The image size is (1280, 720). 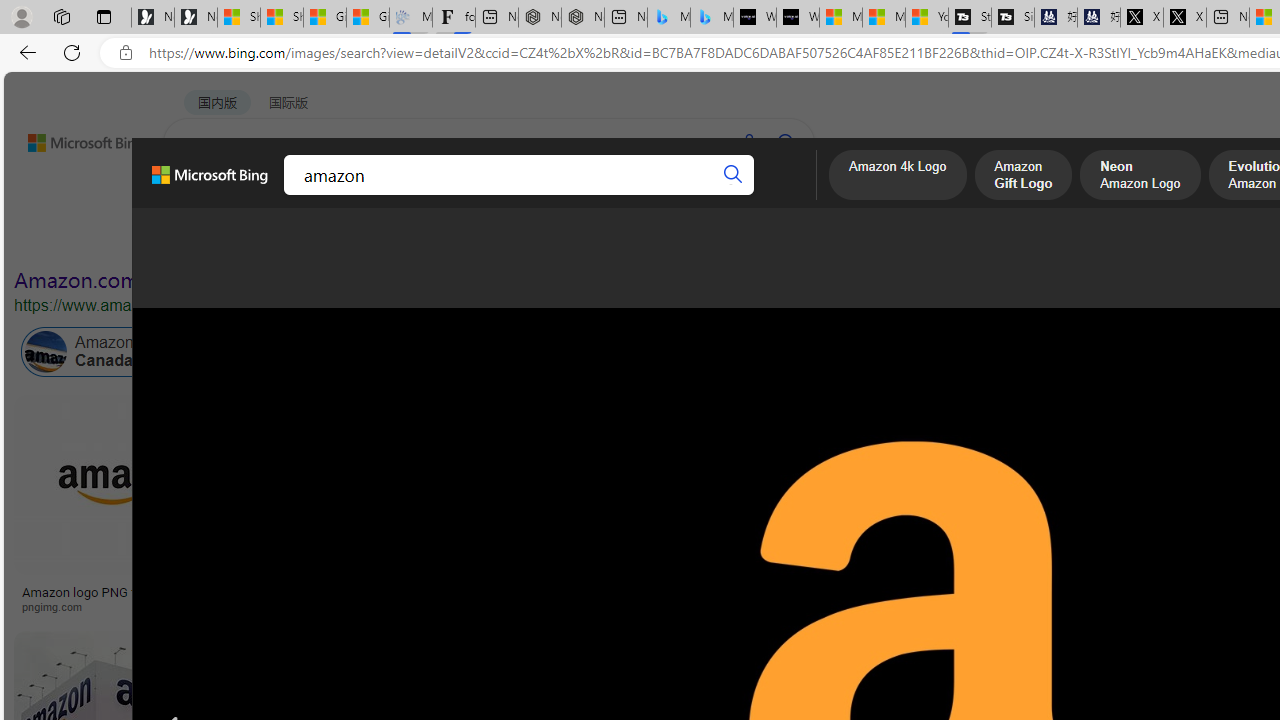 What do you see at coordinates (201, 195) in the screenshot?
I see `'WEB'` at bounding box center [201, 195].